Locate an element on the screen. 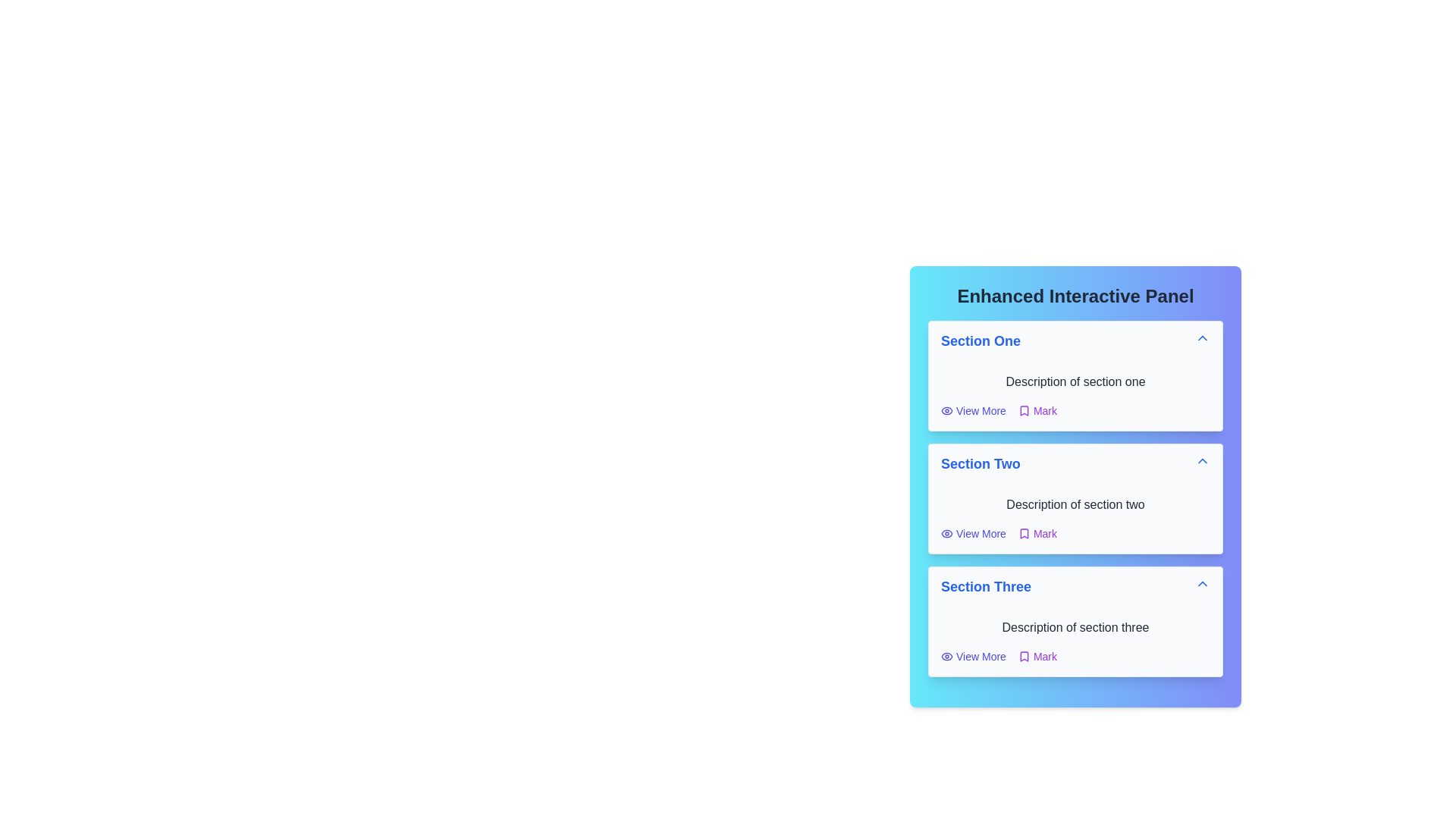 Image resolution: width=1456 pixels, height=819 pixels. the eye-shaped icon in 'Section One' of the 'Enhanced Interactive Panel' is located at coordinates (946, 656).